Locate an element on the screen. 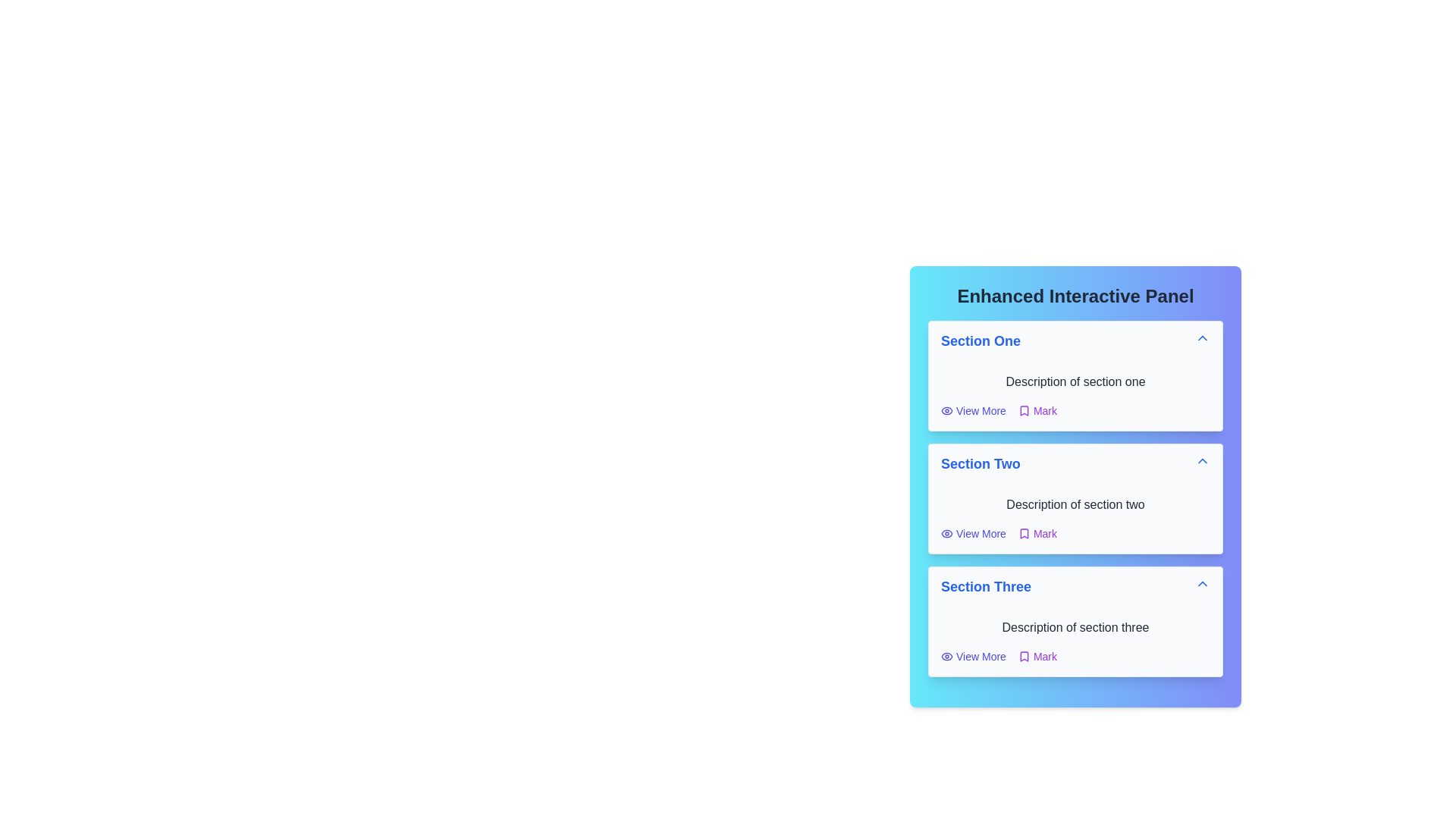 Image resolution: width=1456 pixels, height=819 pixels. the eye-shaped icon in 'Section One' of the 'Enhanced Interactive Panel' is located at coordinates (946, 656).